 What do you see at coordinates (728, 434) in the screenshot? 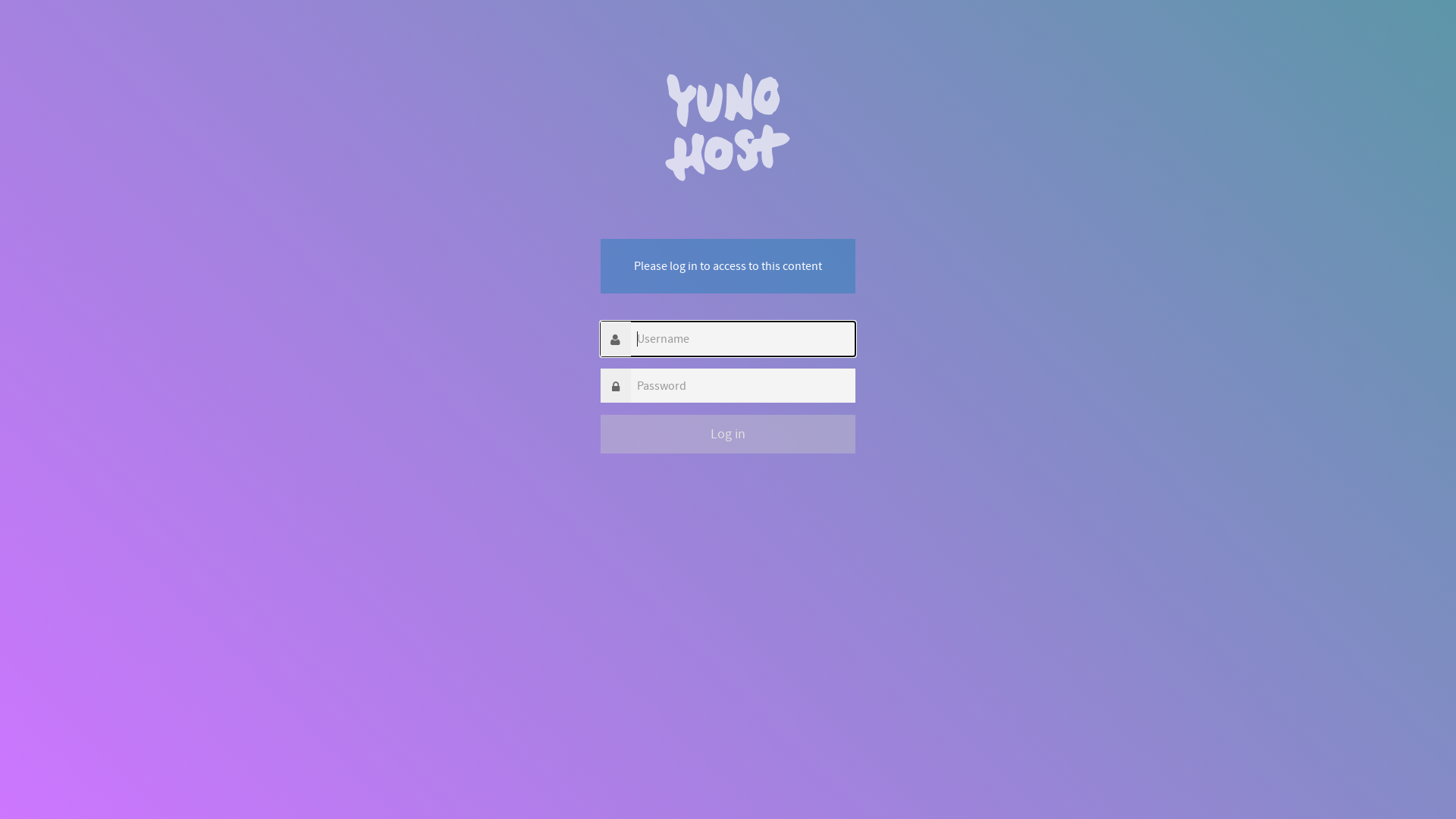
I see `'Log in'` at bounding box center [728, 434].